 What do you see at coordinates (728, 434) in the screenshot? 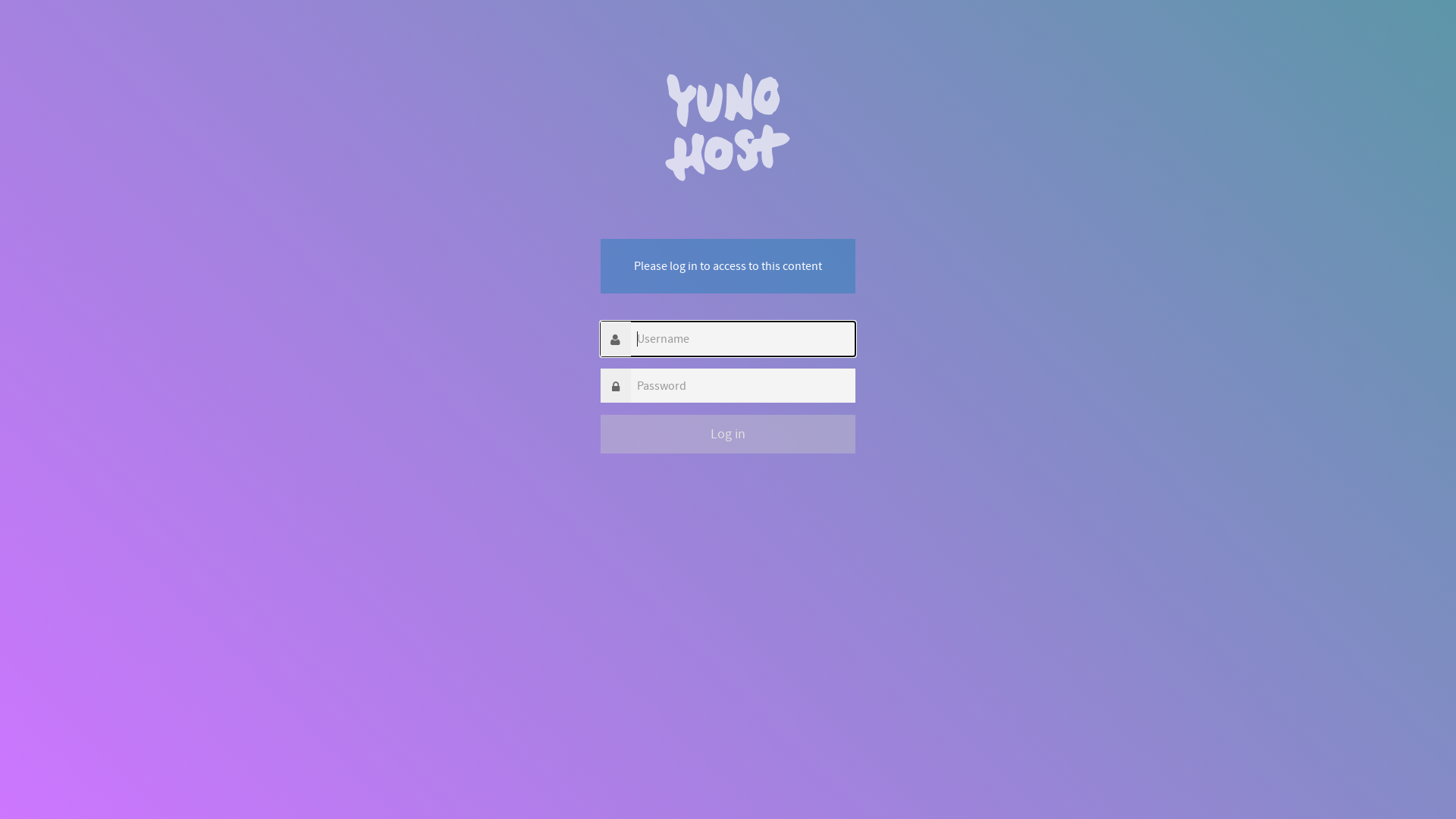
I see `'Log in'` at bounding box center [728, 434].